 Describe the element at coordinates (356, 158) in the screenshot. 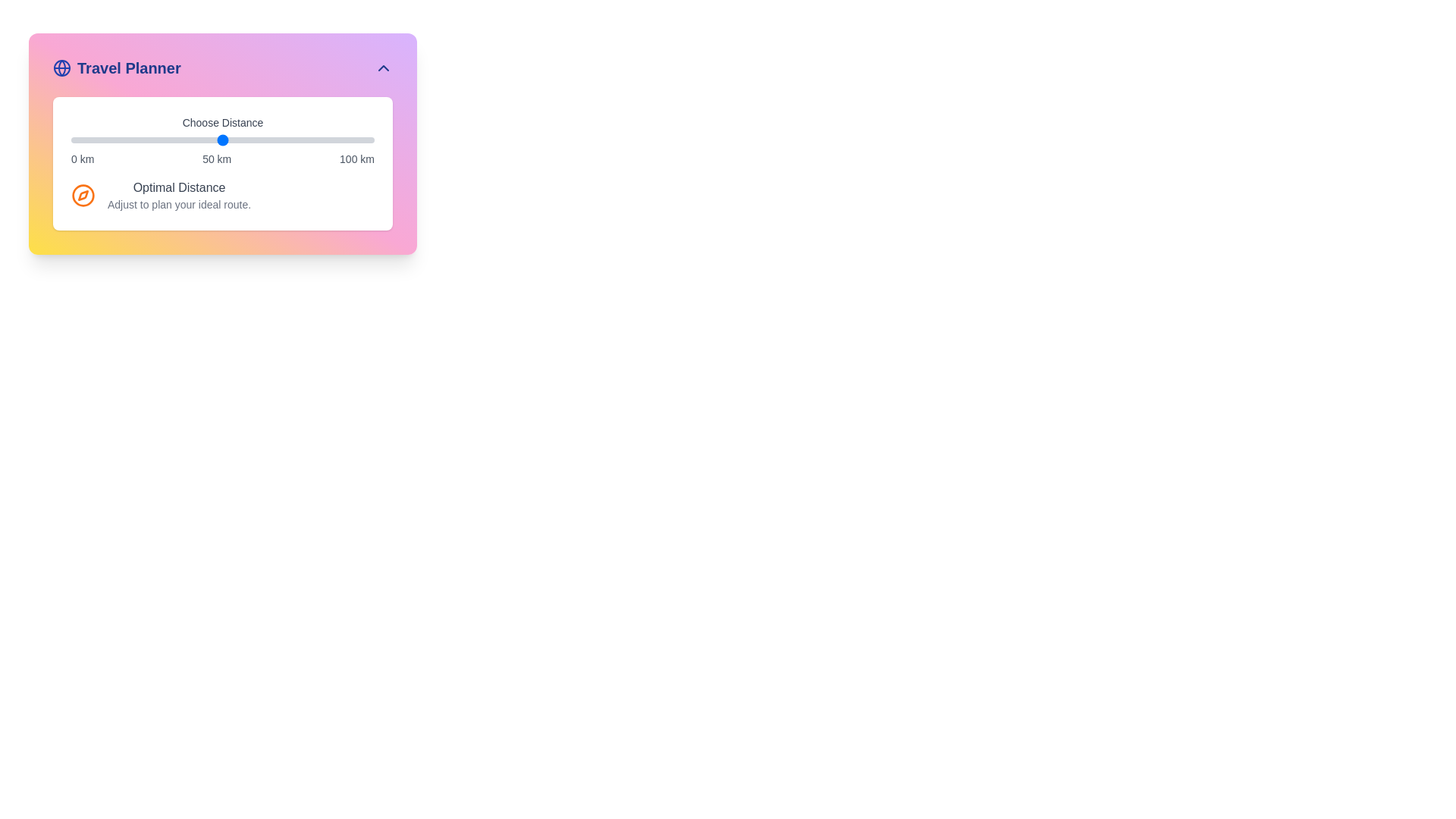

I see `the label displaying '100 km', which is the last label in the sequence beneath the slider component in the Travel Planner interface` at that location.